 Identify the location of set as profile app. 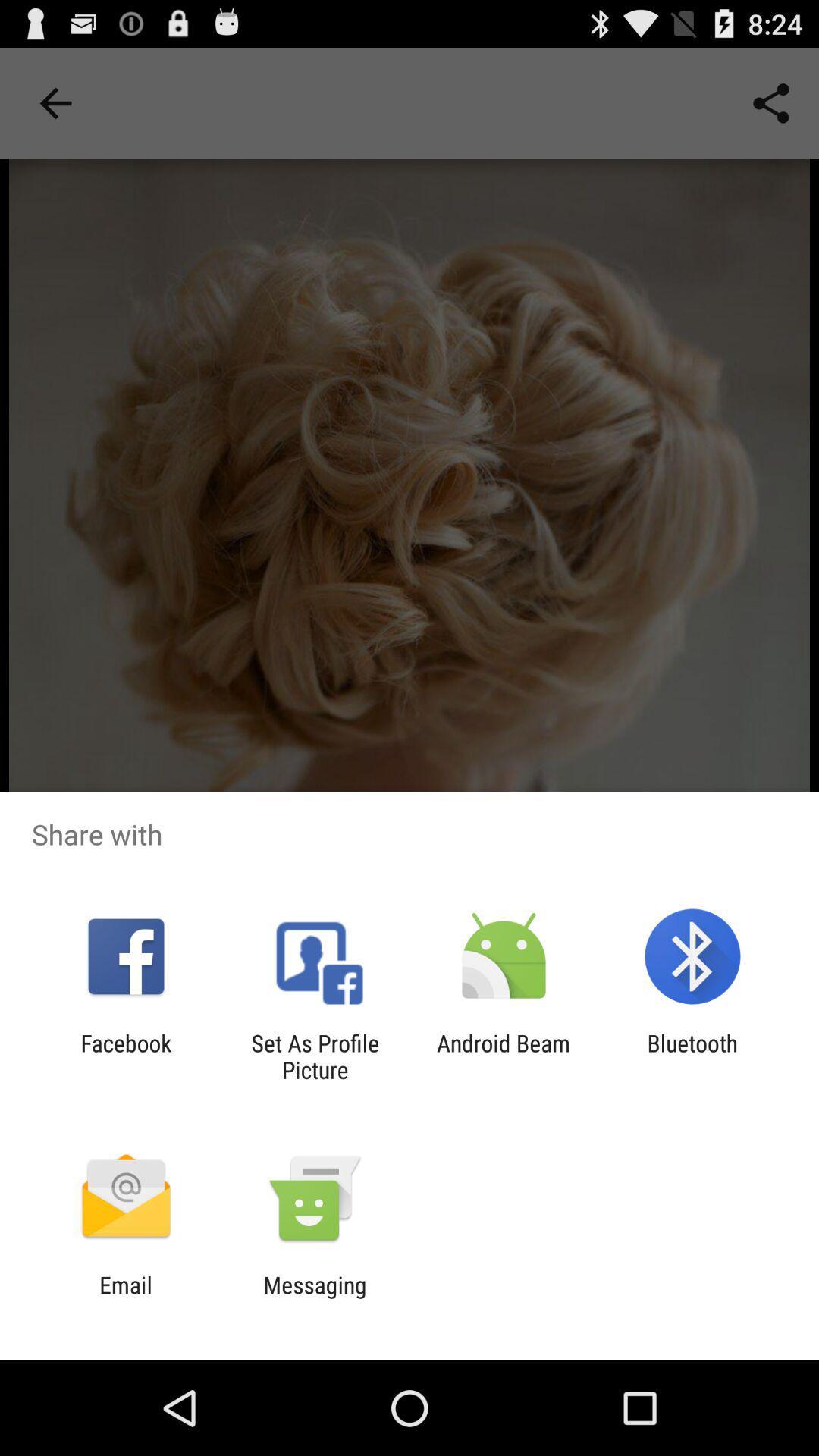
(314, 1056).